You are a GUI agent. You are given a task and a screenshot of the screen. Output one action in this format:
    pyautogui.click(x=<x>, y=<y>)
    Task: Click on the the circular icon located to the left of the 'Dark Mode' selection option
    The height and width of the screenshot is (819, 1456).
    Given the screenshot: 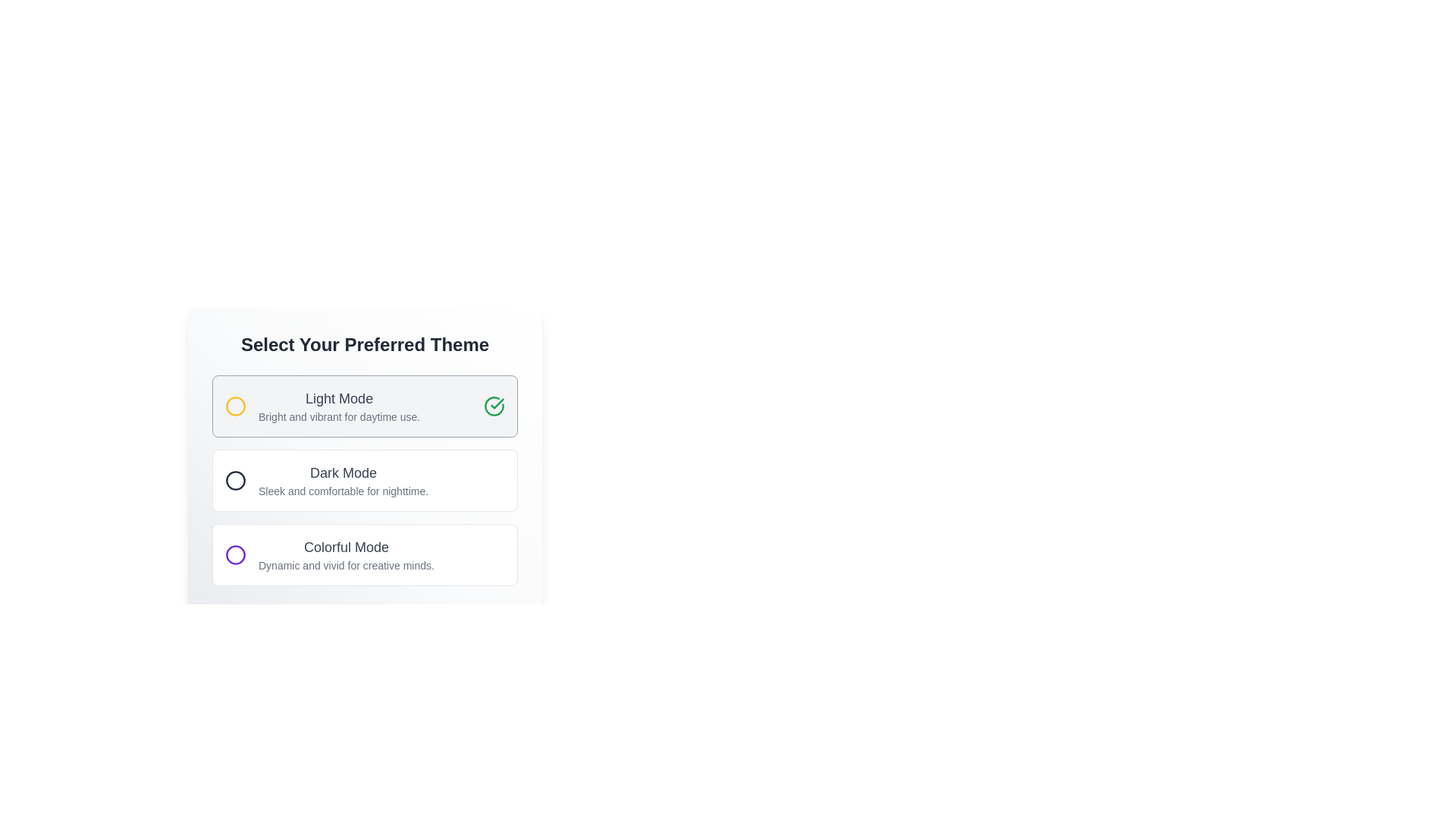 What is the action you would take?
    pyautogui.click(x=235, y=480)
    